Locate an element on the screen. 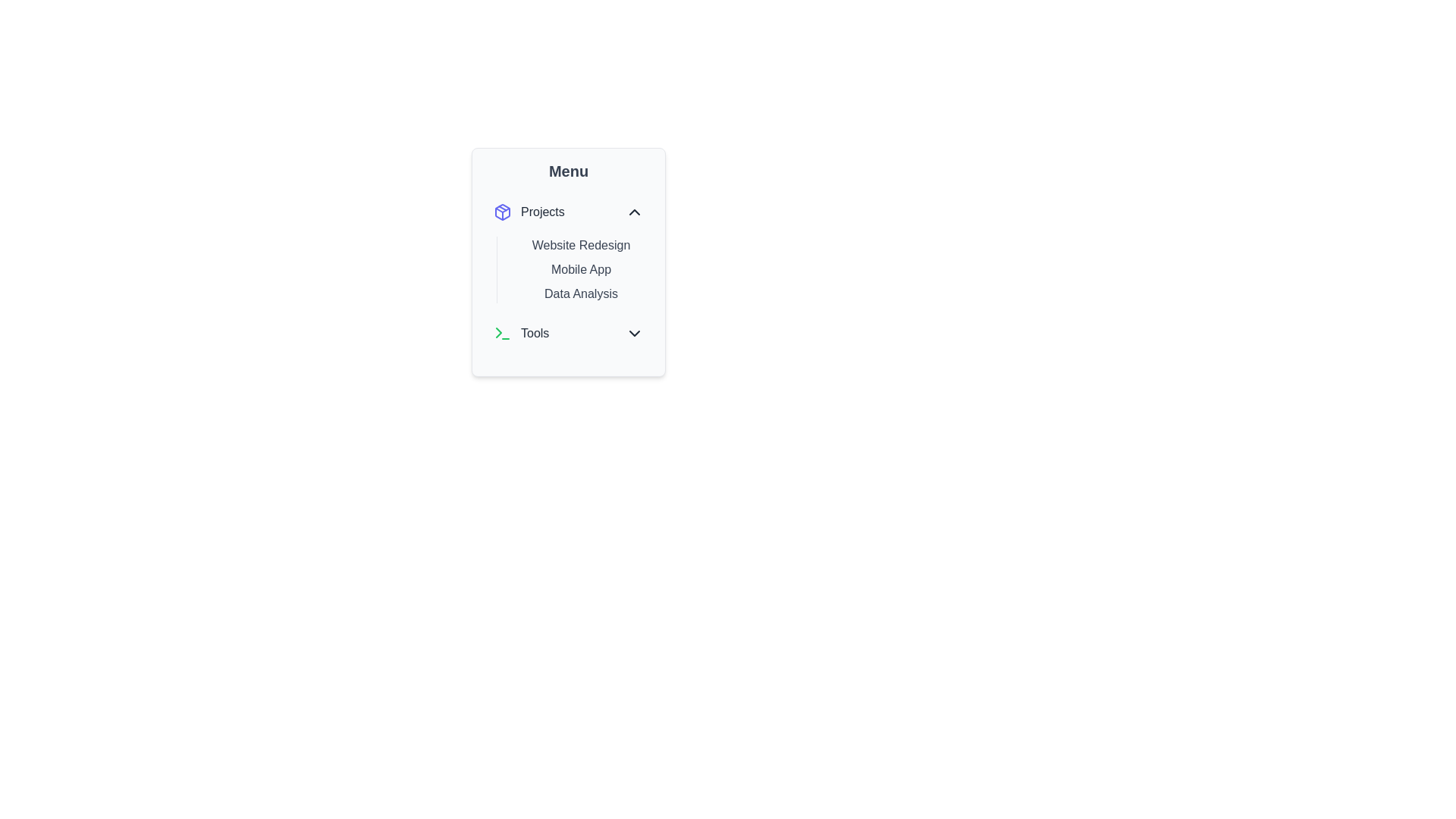 The height and width of the screenshot is (819, 1456). the 'Projects' menu item, which is the first item beneath the 'Menu' header and includes a blue box icon to its left is located at coordinates (529, 212).